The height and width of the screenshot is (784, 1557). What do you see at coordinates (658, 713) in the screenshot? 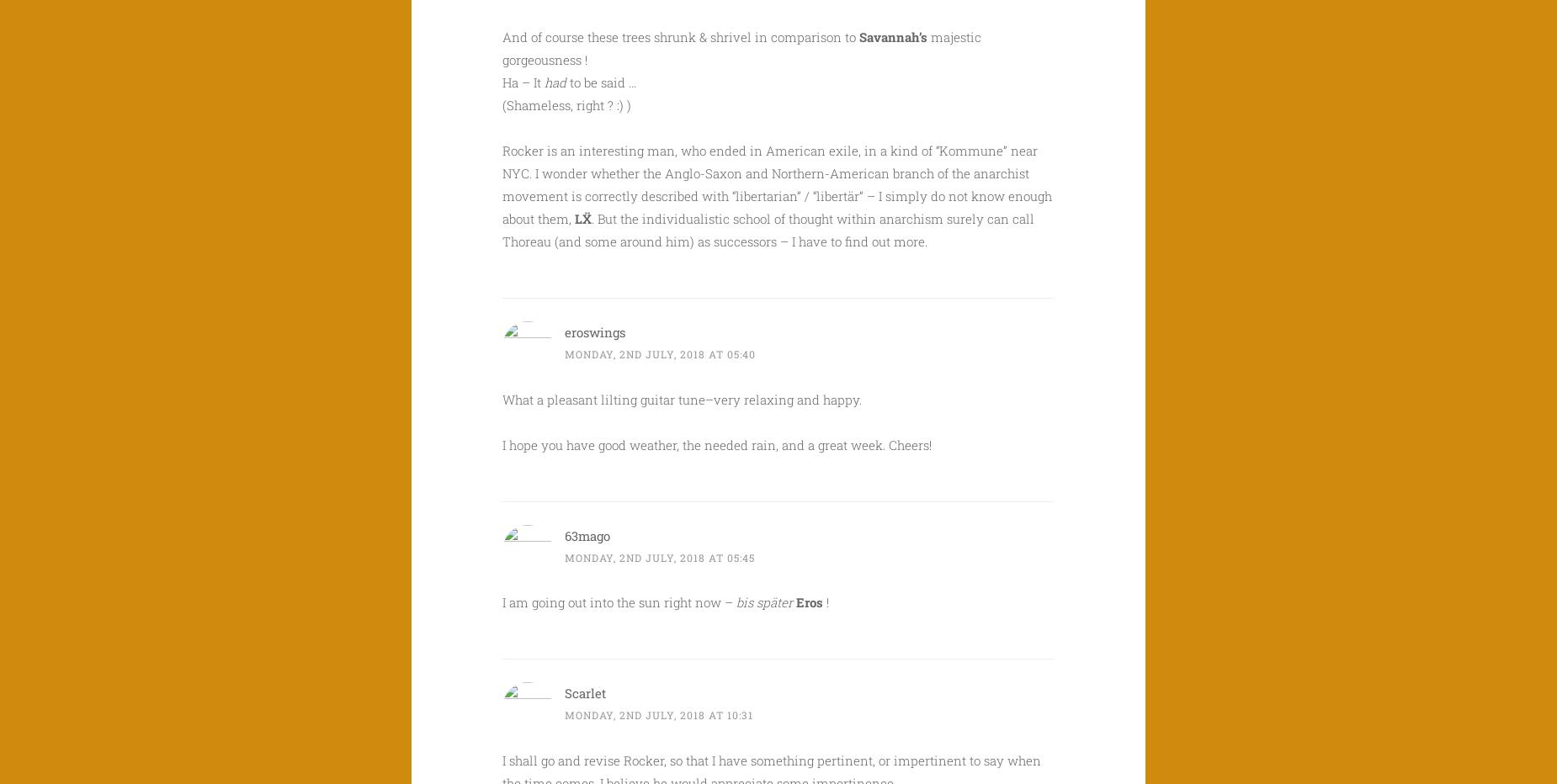
I see `'Monday, 2nd July, 2018 at 10:31'` at bounding box center [658, 713].